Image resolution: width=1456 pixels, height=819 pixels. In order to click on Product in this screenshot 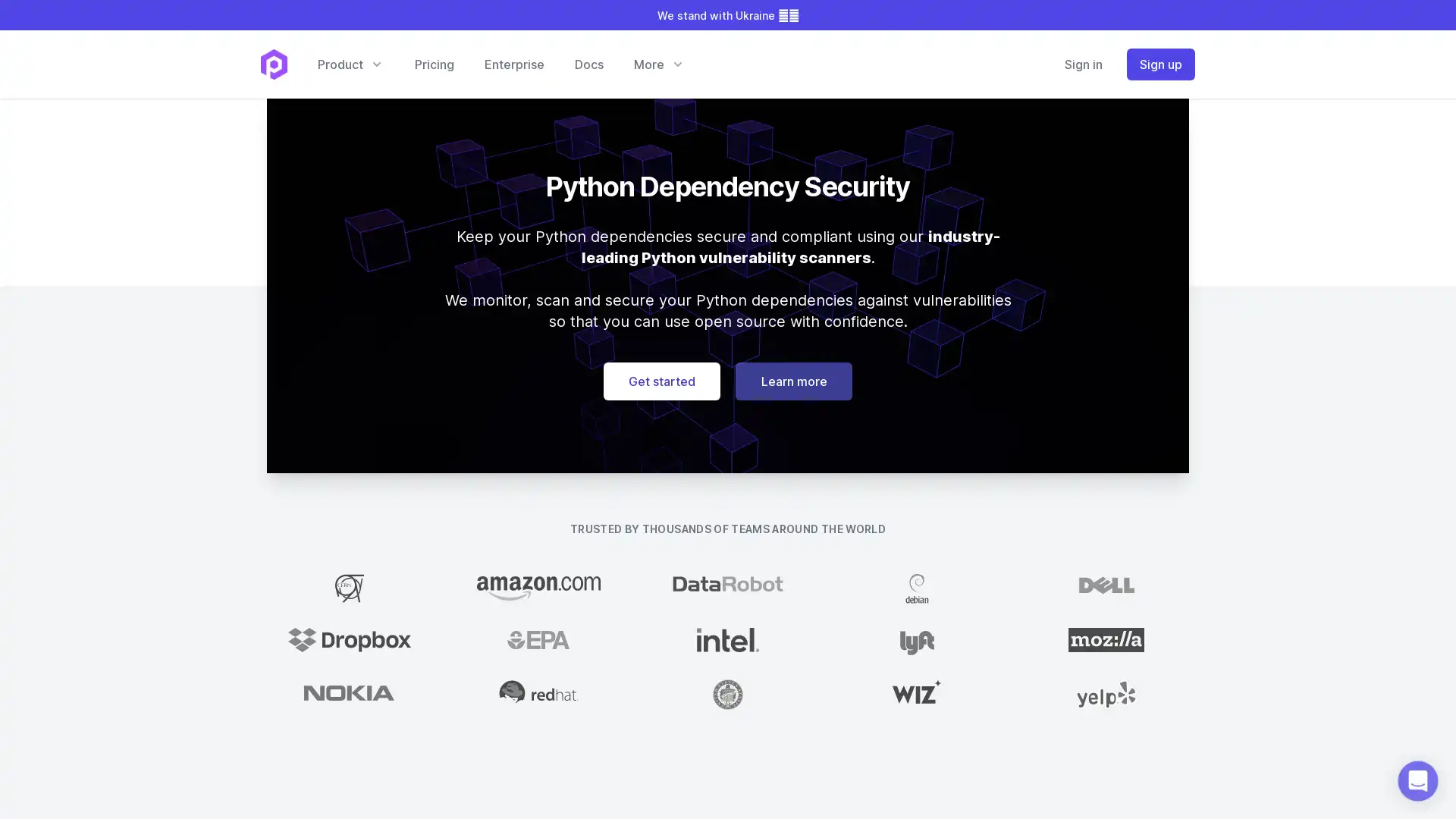, I will do `click(349, 63)`.